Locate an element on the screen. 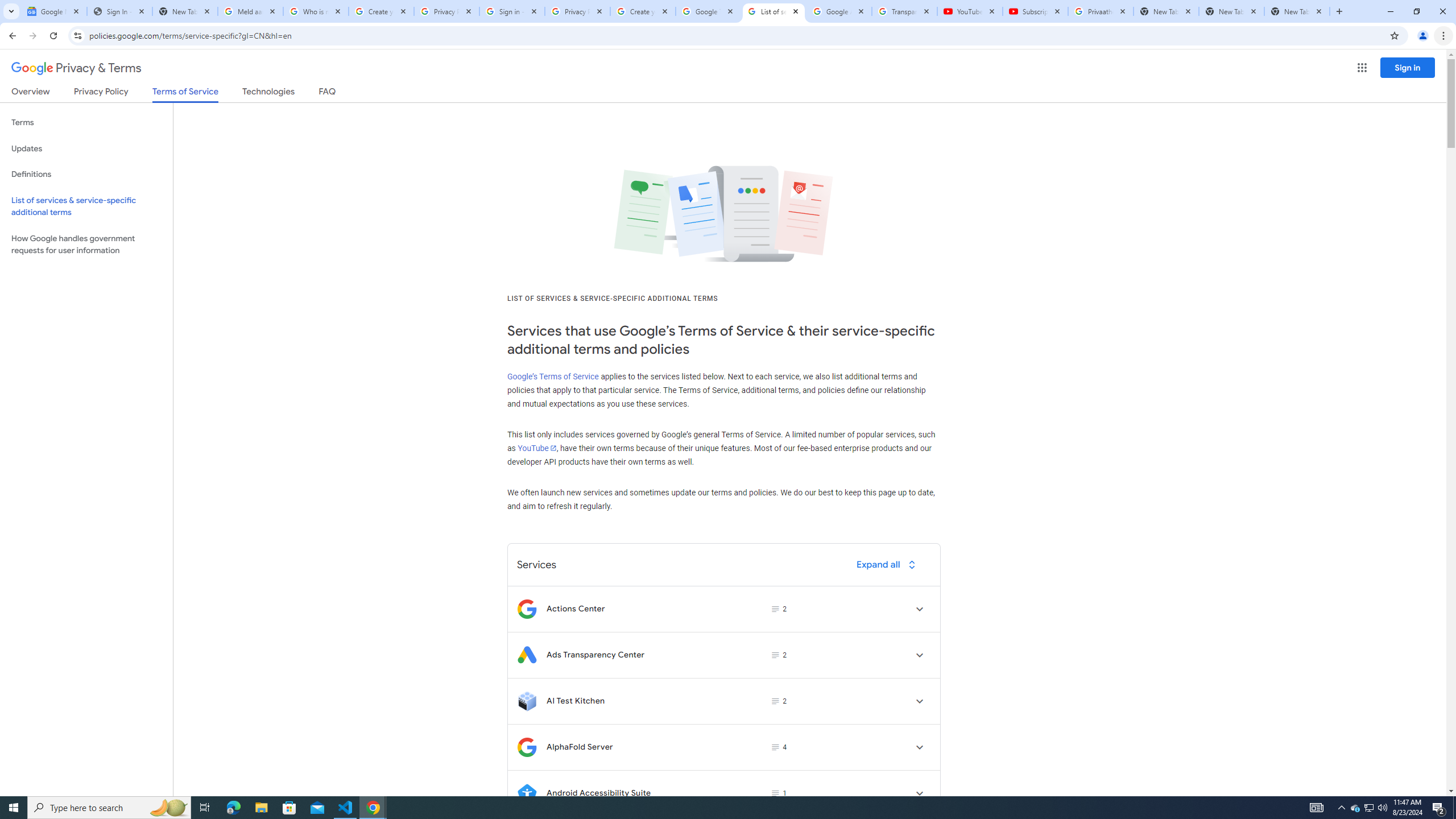 Image resolution: width=1456 pixels, height=819 pixels. 'Who is my administrator? - Google Account Help' is located at coordinates (315, 11).